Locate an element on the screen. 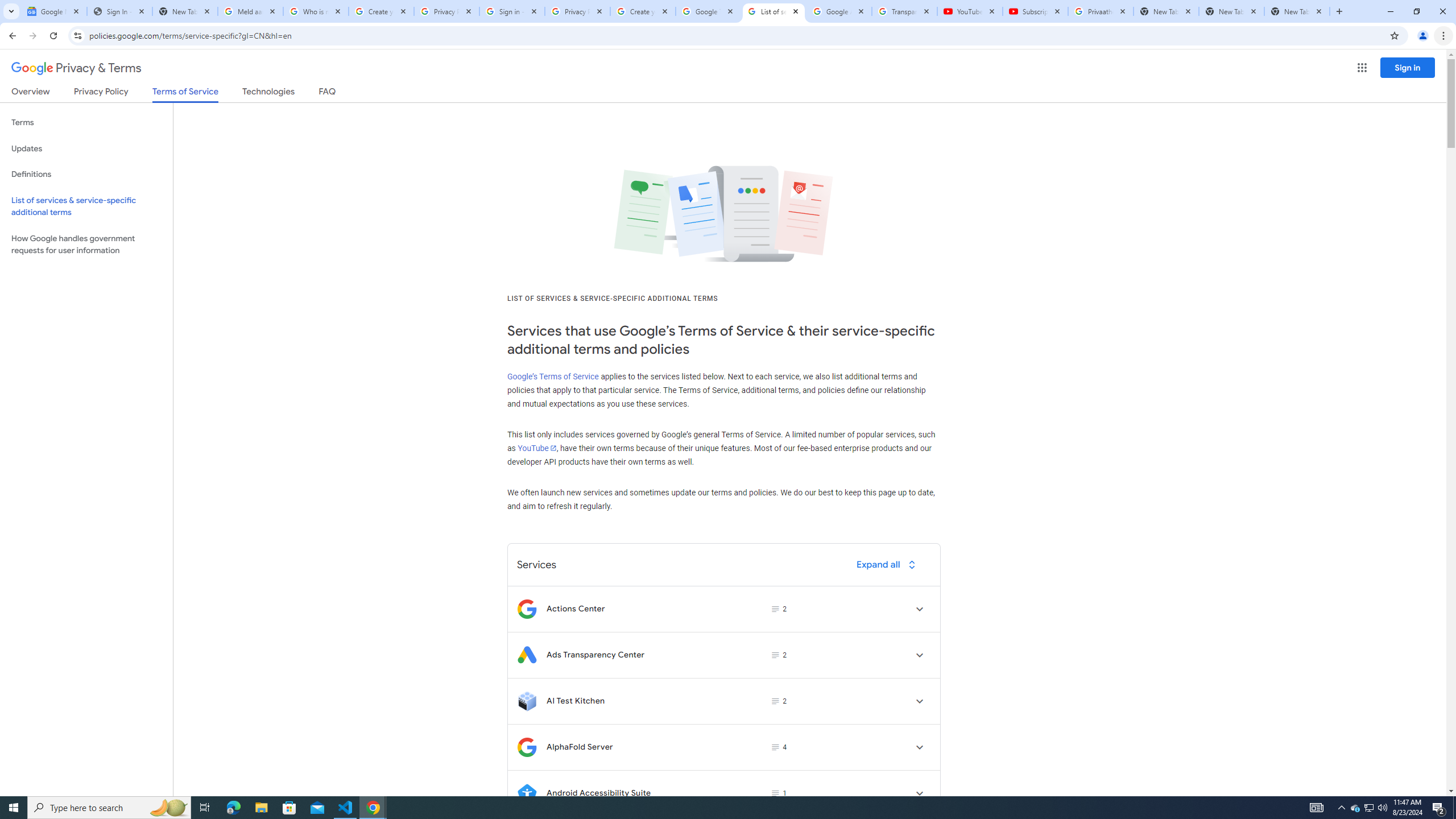 Image resolution: width=1456 pixels, height=819 pixels. 'Who is my administrator? - Google Account Help' is located at coordinates (315, 11).